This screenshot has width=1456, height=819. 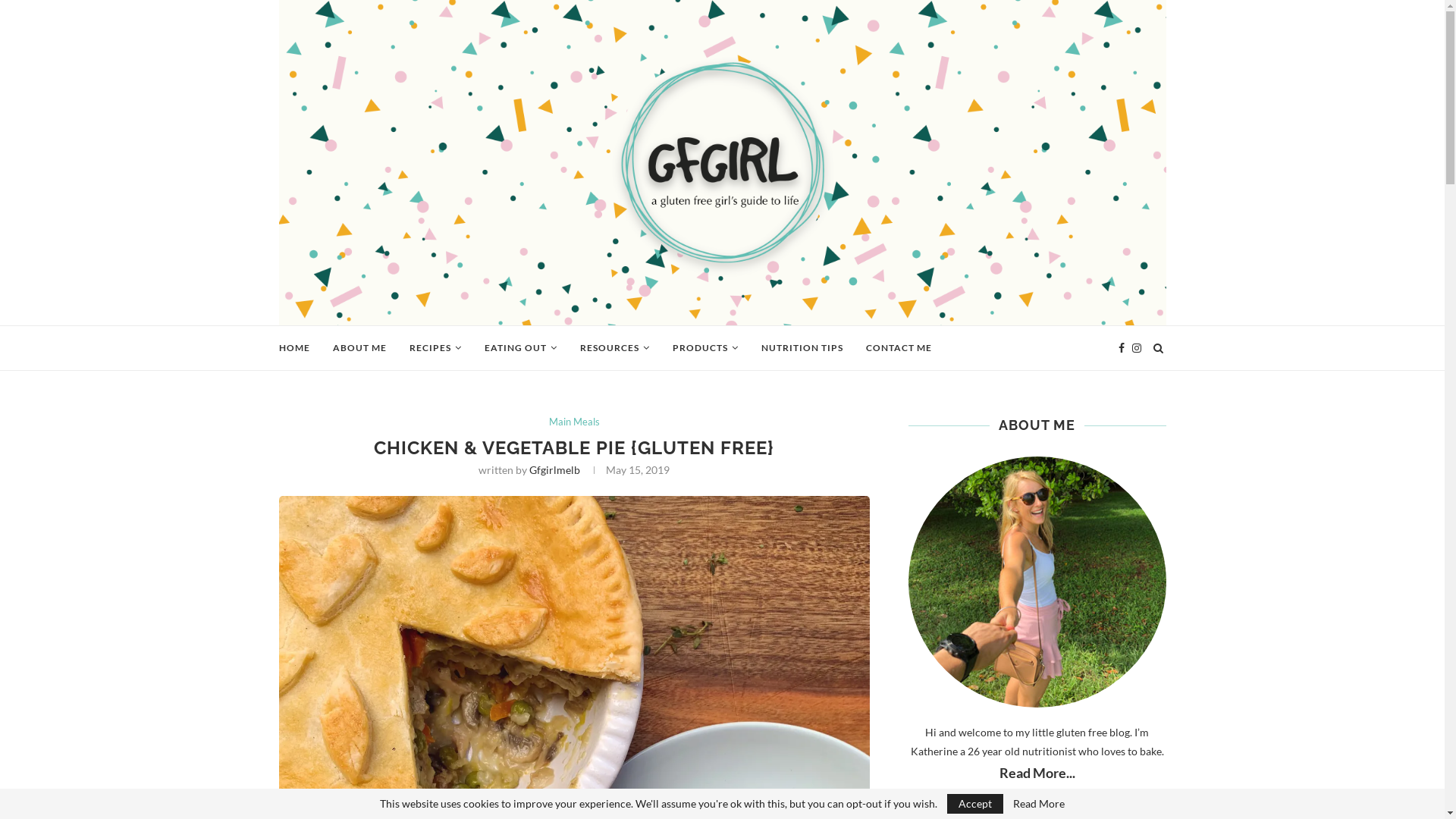 I want to click on 'Gfgirlmelb', so click(x=554, y=469).